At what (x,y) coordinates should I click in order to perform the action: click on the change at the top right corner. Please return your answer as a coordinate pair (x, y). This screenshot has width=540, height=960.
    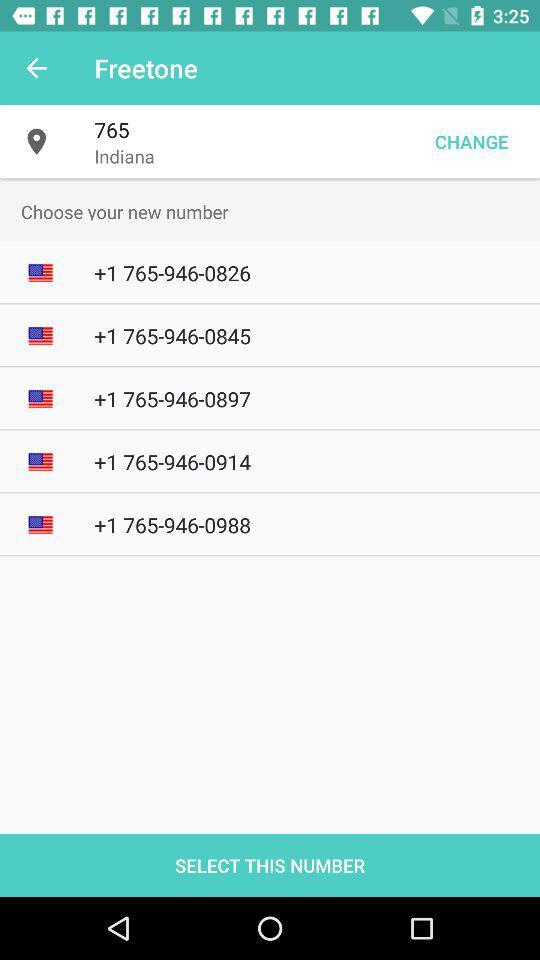
    Looking at the image, I should click on (471, 140).